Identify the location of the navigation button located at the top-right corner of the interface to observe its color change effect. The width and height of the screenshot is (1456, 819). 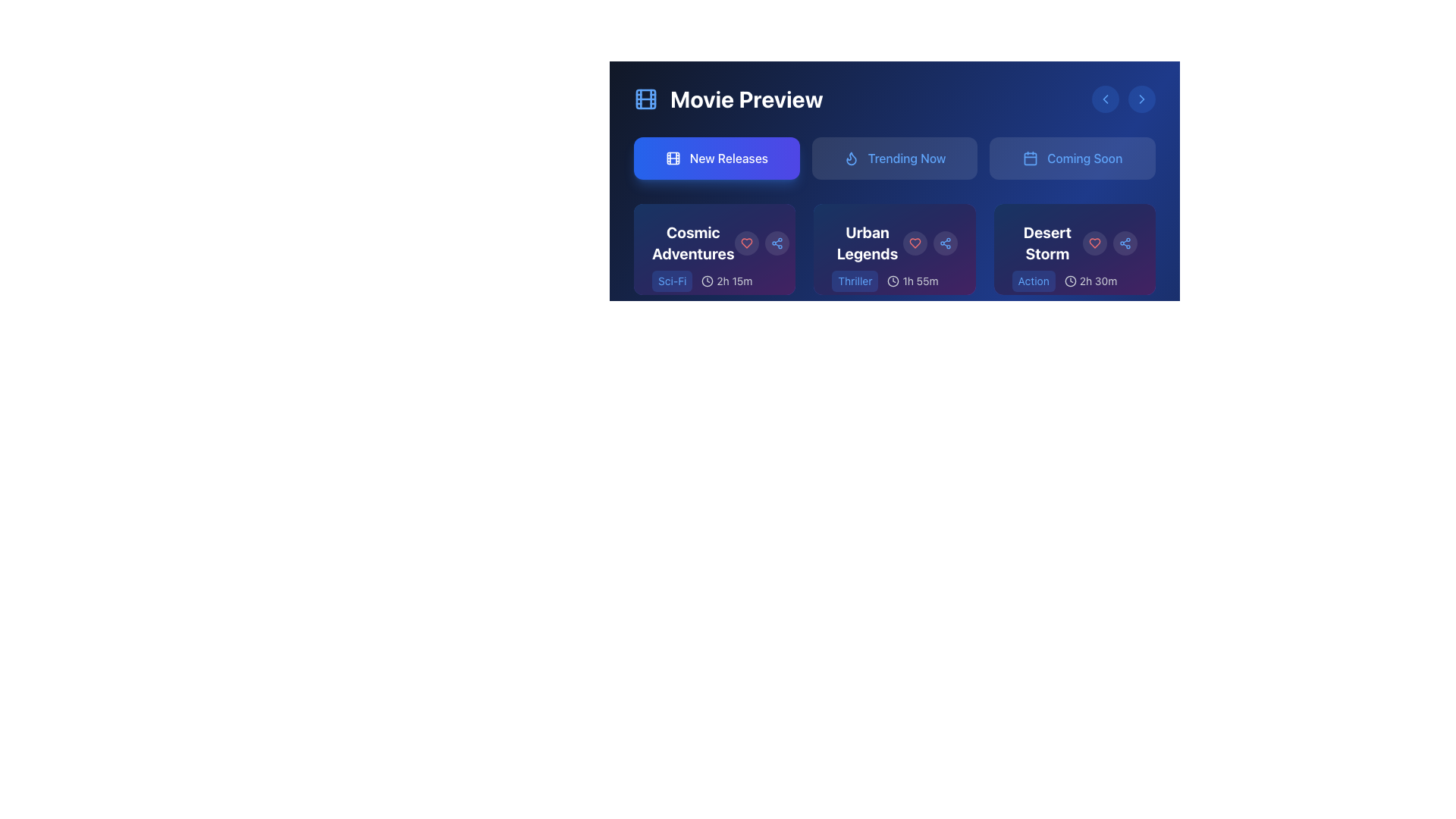
(1142, 99).